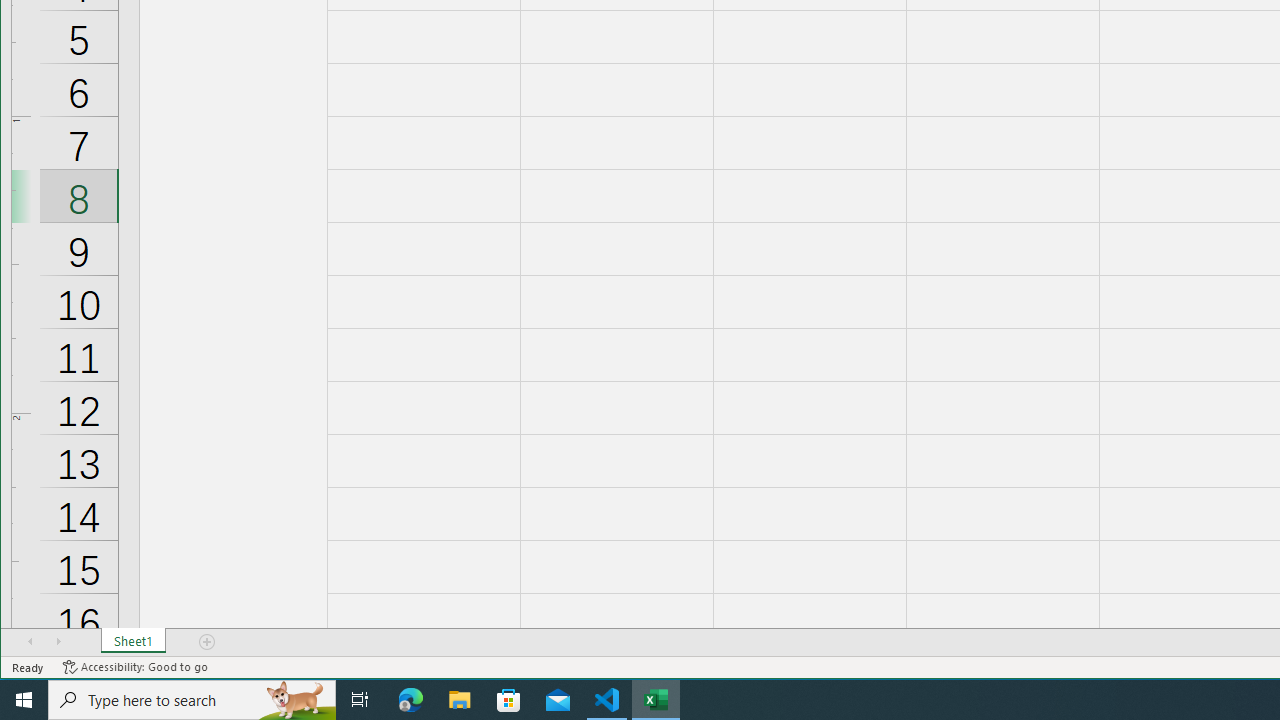 Image resolution: width=1280 pixels, height=720 pixels. Describe the element at coordinates (656, 698) in the screenshot. I see `'Excel - 1 running window'` at that location.